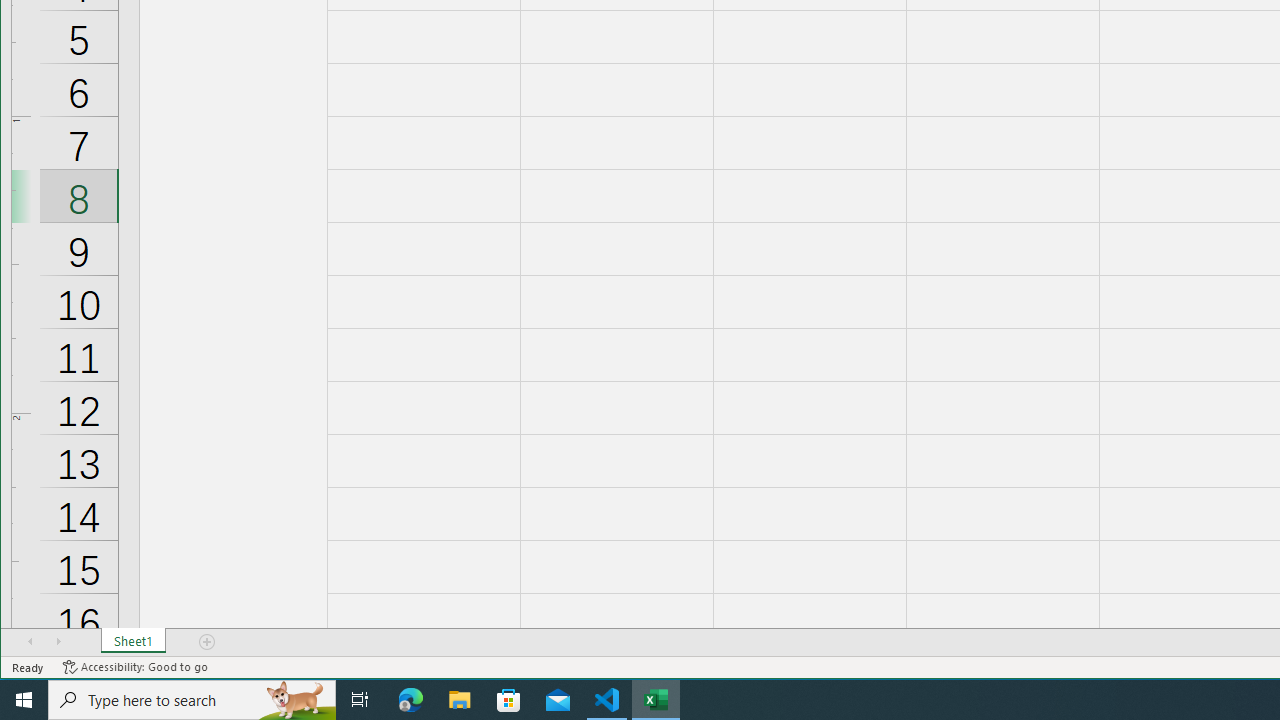 Image resolution: width=1280 pixels, height=720 pixels. Describe the element at coordinates (656, 698) in the screenshot. I see `'Excel - 1 running window'` at that location.